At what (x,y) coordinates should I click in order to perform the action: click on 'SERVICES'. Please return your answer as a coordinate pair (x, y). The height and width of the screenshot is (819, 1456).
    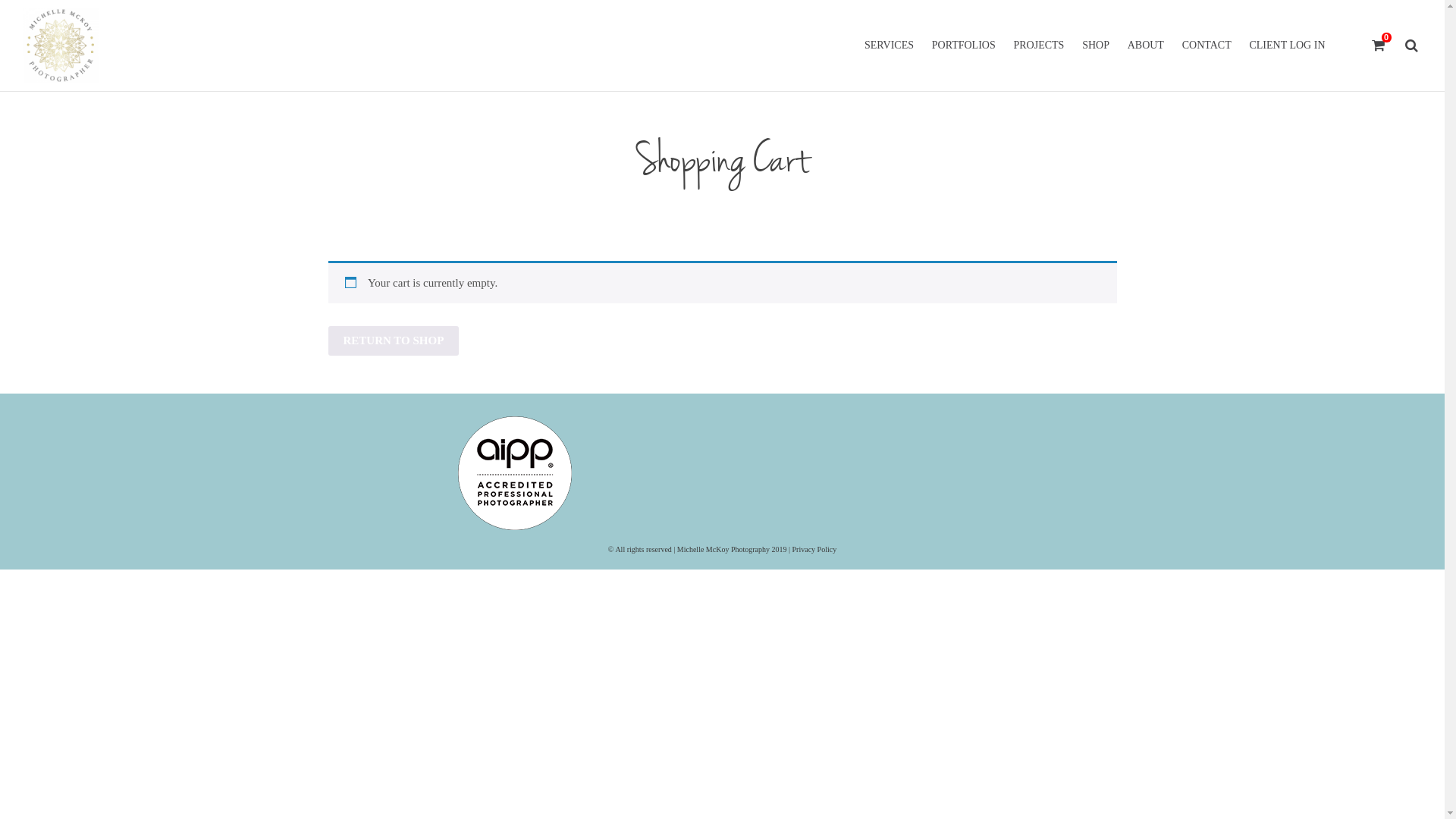
    Looking at the image, I should click on (856, 45).